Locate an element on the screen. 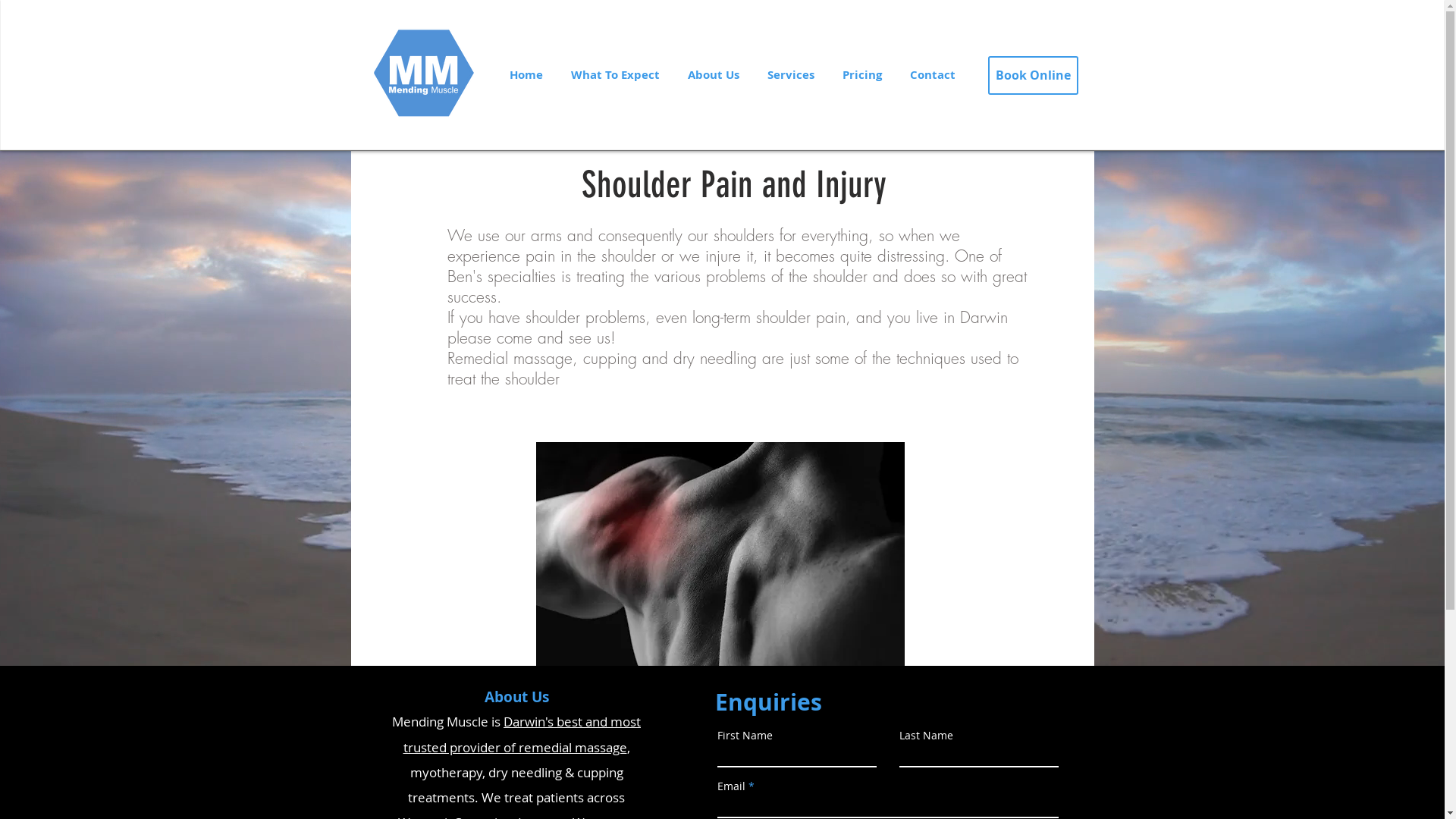 The width and height of the screenshot is (1456, 819). 'Home' is located at coordinates (525, 75).